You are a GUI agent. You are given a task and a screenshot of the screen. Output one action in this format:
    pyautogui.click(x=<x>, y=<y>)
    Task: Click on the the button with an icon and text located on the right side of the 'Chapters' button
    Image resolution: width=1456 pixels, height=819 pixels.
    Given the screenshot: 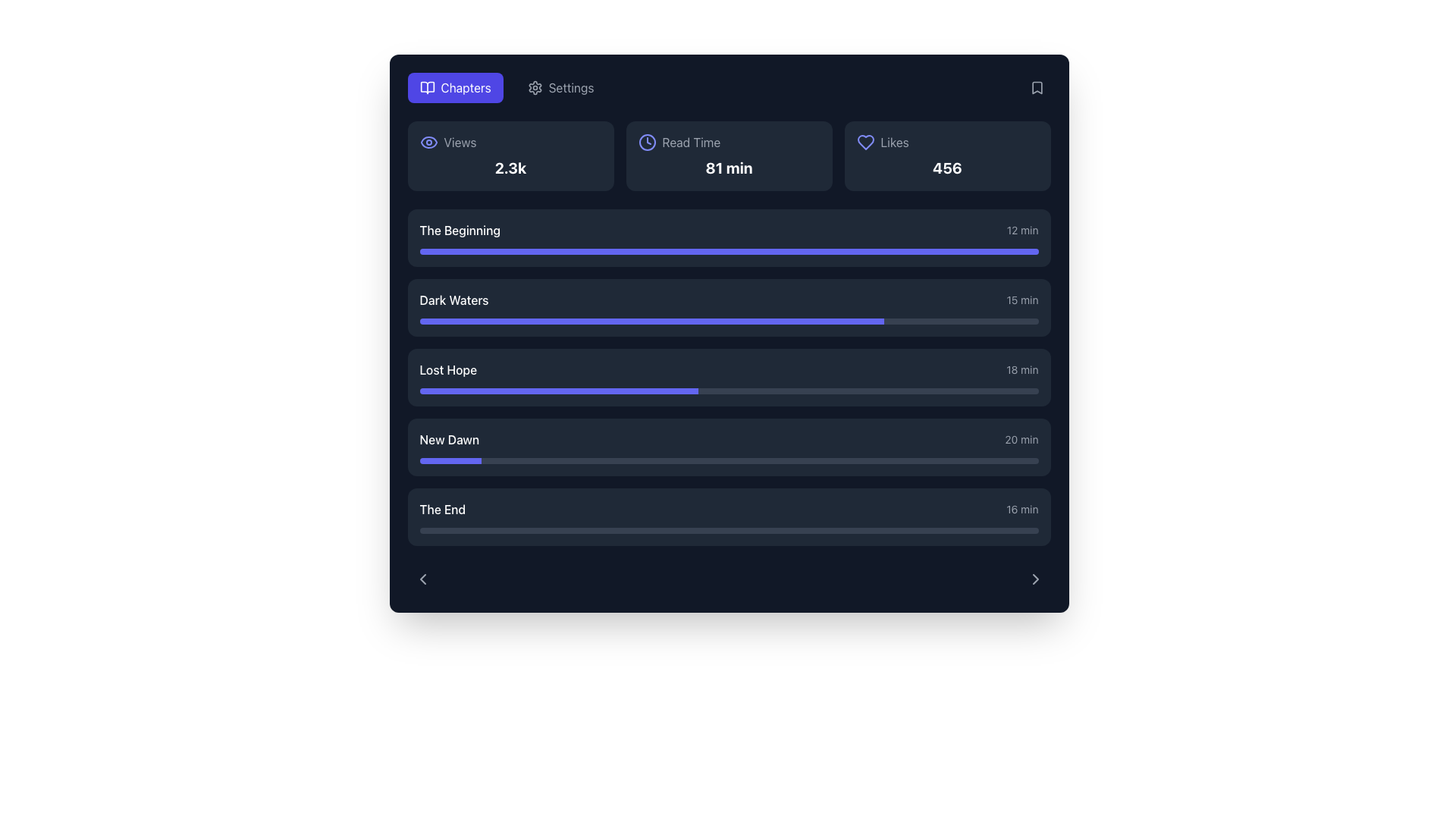 What is the action you would take?
    pyautogui.click(x=560, y=87)
    